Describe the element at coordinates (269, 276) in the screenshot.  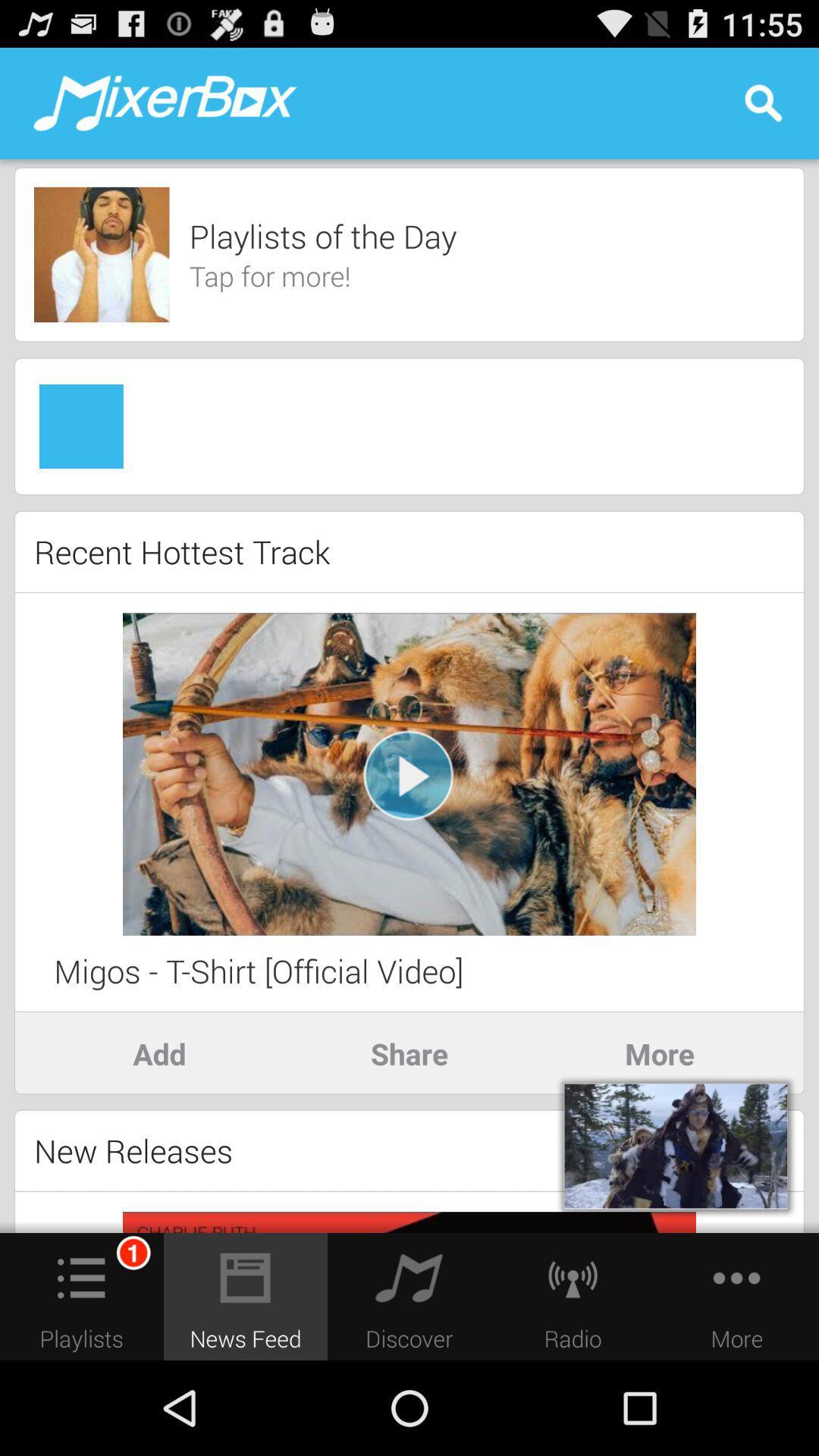
I see `the tap for more! item` at that location.